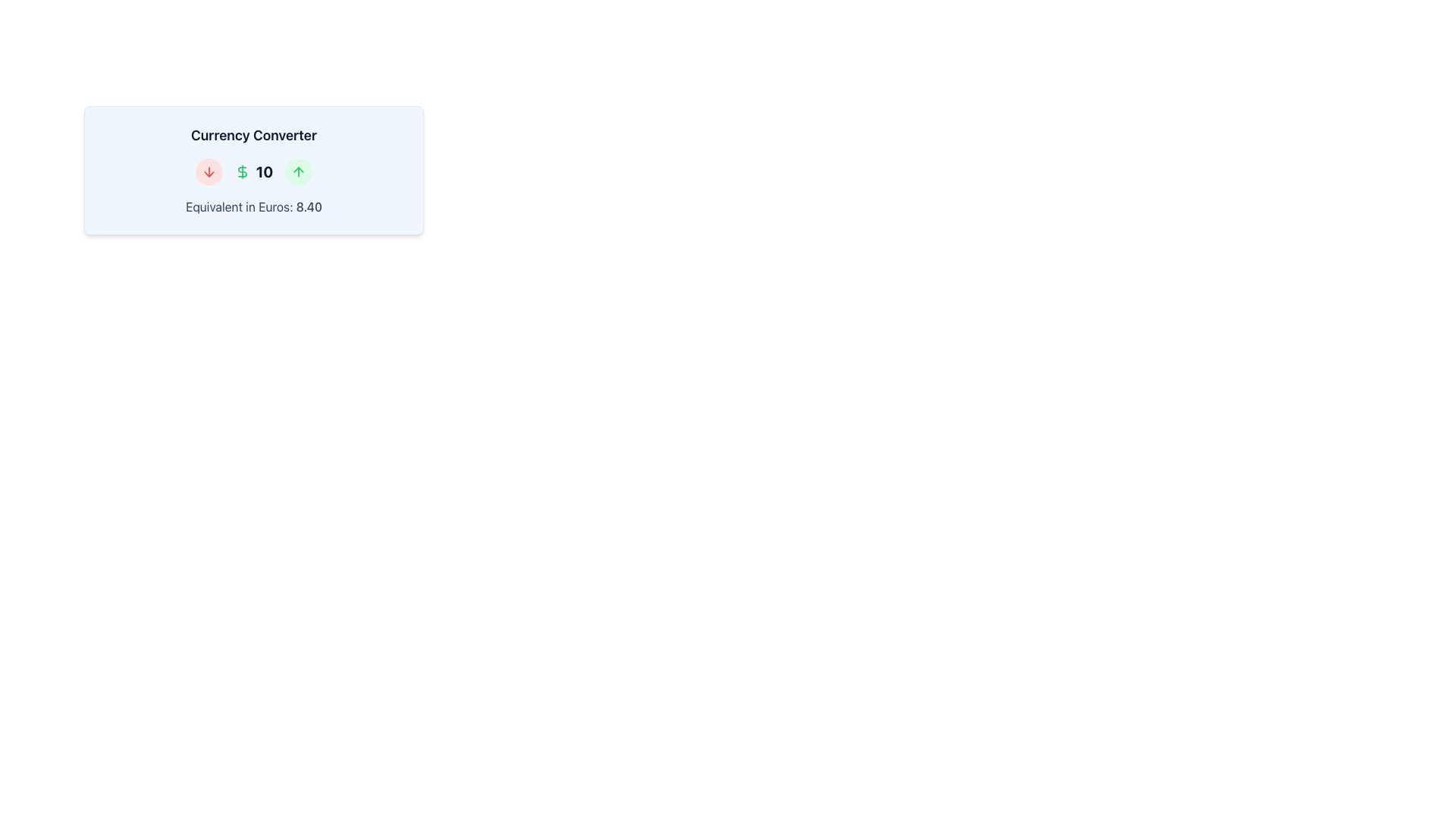 Image resolution: width=1456 pixels, height=819 pixels. I want to click on the text label displaying the equivalent monetary value in Euros, which is located at the bottom of the card titled 'Currency Converter' immediately after the colon in 'Equivalent in Euros:', so click(308, 207).